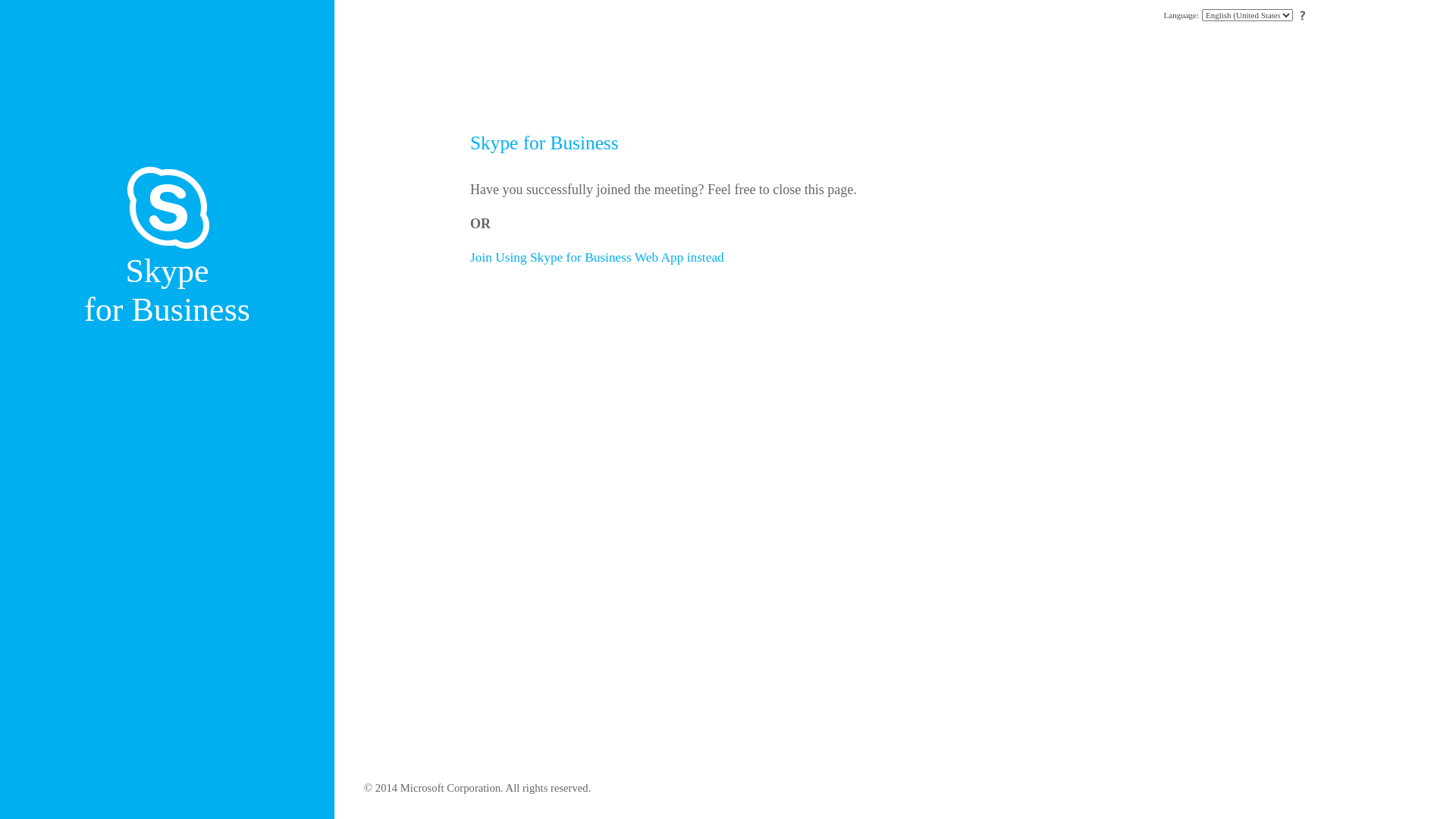 The height and width of the screenshot is (819, 1456). Describe the element at coordinates (596, 256) in the screenshot. I see `'Join Using Skype for Business Web App instead'` at that location.